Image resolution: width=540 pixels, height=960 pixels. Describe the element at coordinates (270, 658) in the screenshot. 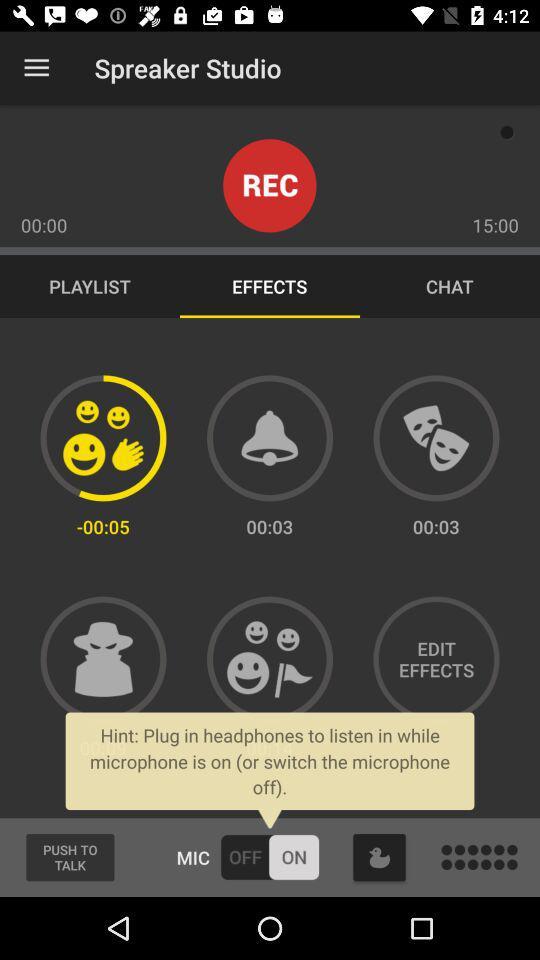

I see `share audio` at that location.